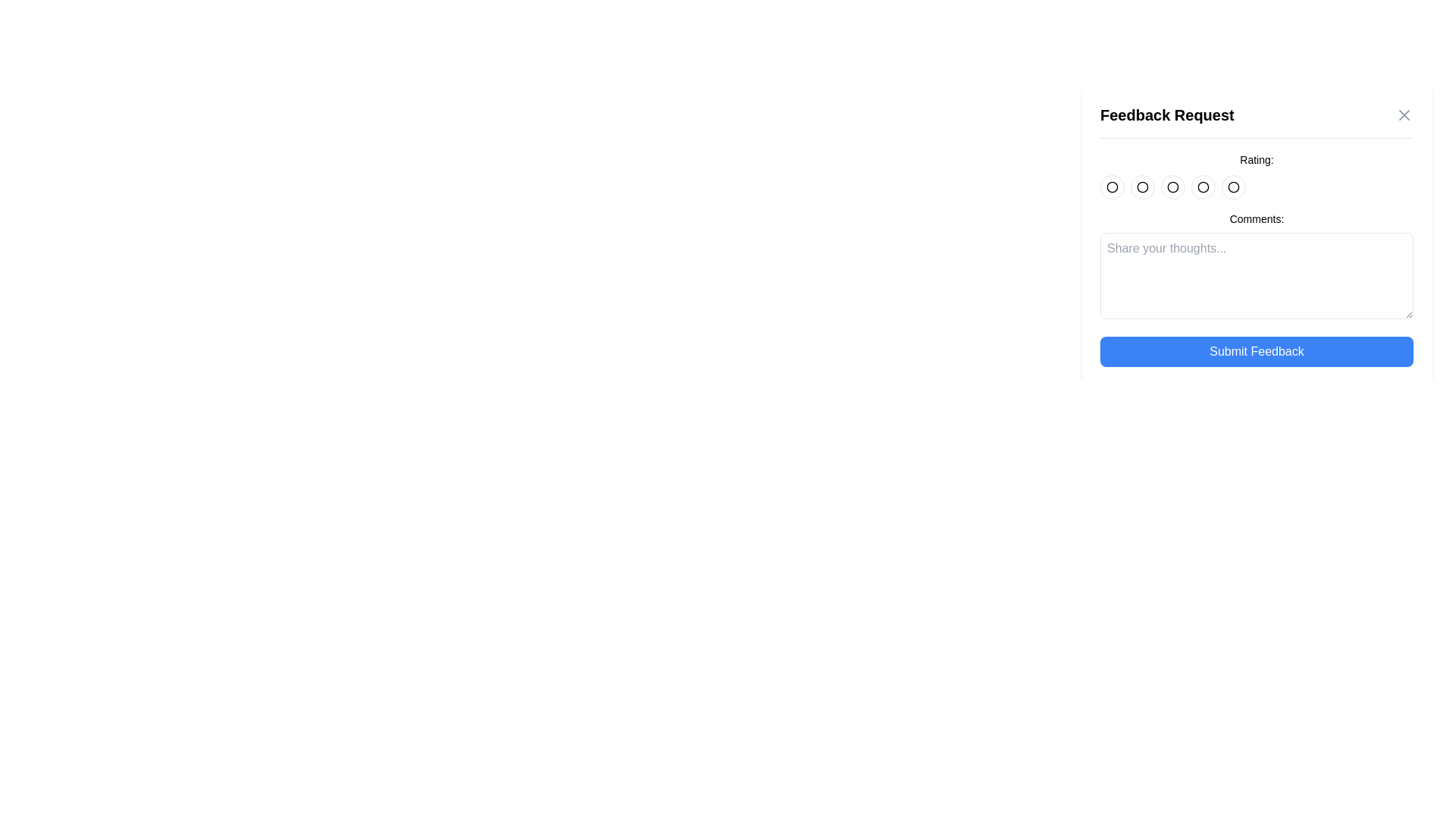 The width and height of the screenshot is (1456, 819). I want to click on the dismiss icon in the top-right corner of the feedback request form, so click(1404, 114).